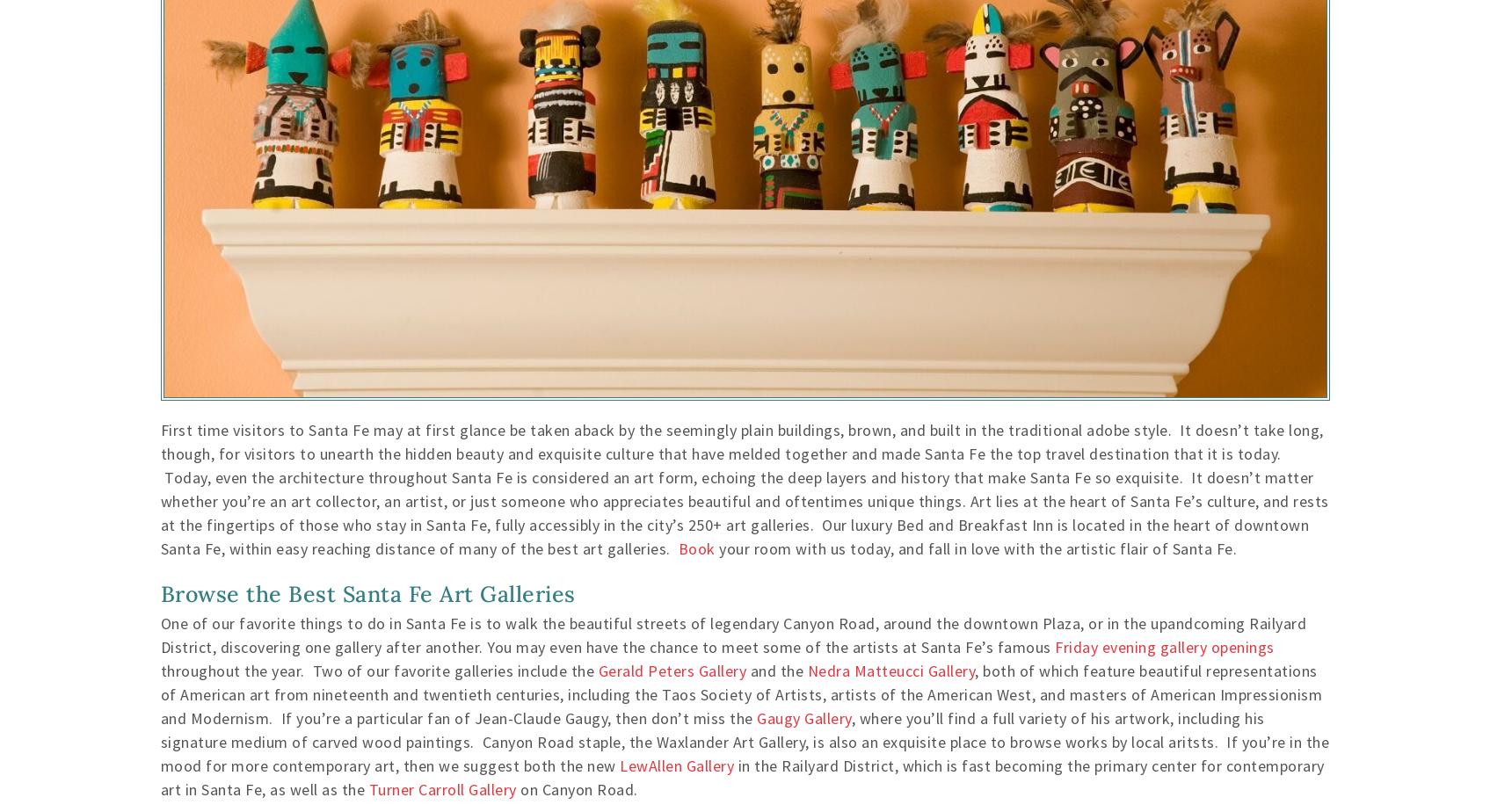 This screenshot has height=812, width=1490. What do you see at coordinates (732, 634) in the screenshot?
I see `'One of our favorite things to do in Santa Fe is to walk the beautiful streets of legendary Canyon Road, around the downtown Plaza, or in the upandcoming Railyard District, discovering one gallery after another. You may even have the chance to meet some of the artists at Santa Fe’s famous'` at bounding box center [732, 634].